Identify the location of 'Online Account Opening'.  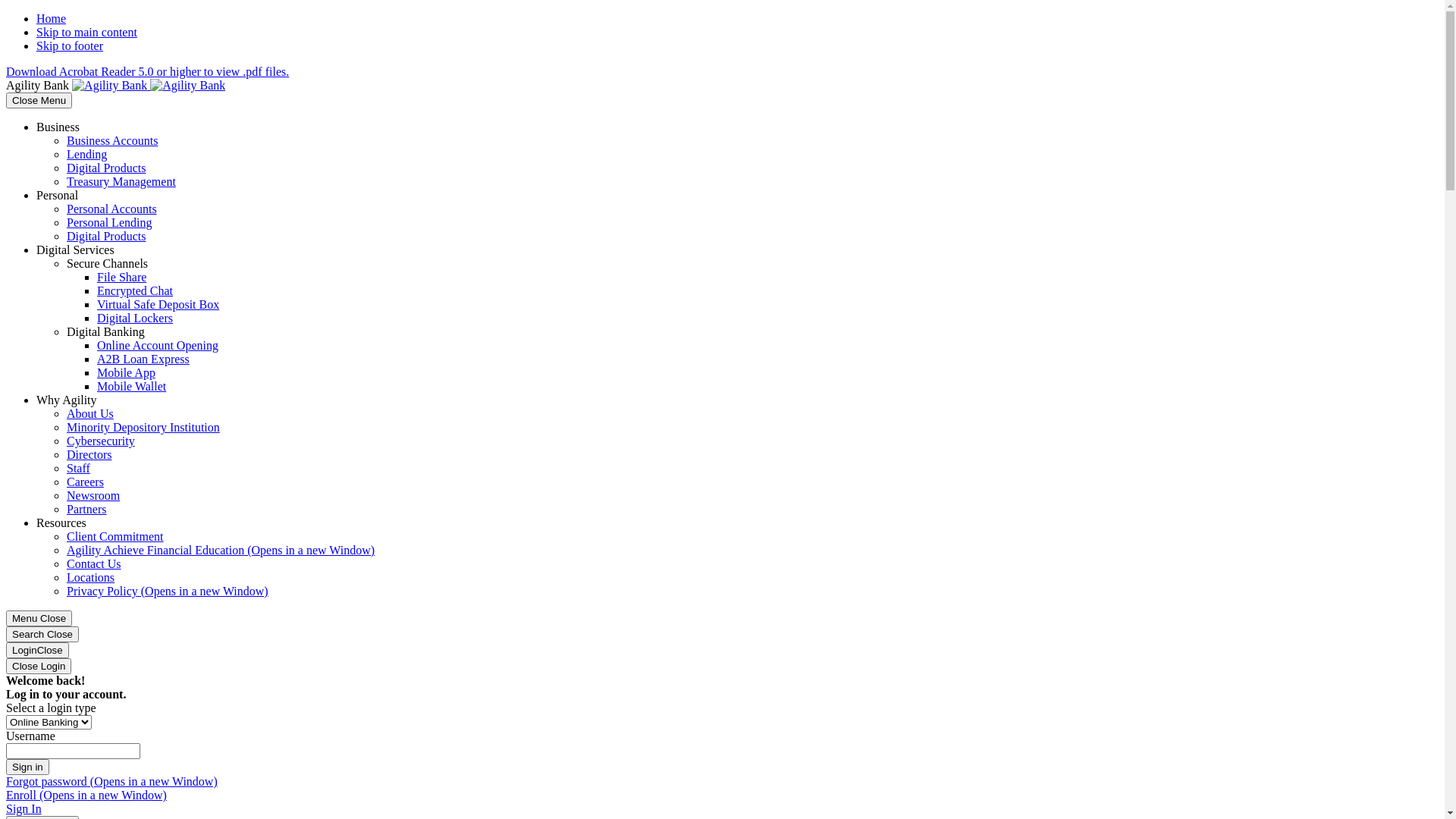
(157, 345).